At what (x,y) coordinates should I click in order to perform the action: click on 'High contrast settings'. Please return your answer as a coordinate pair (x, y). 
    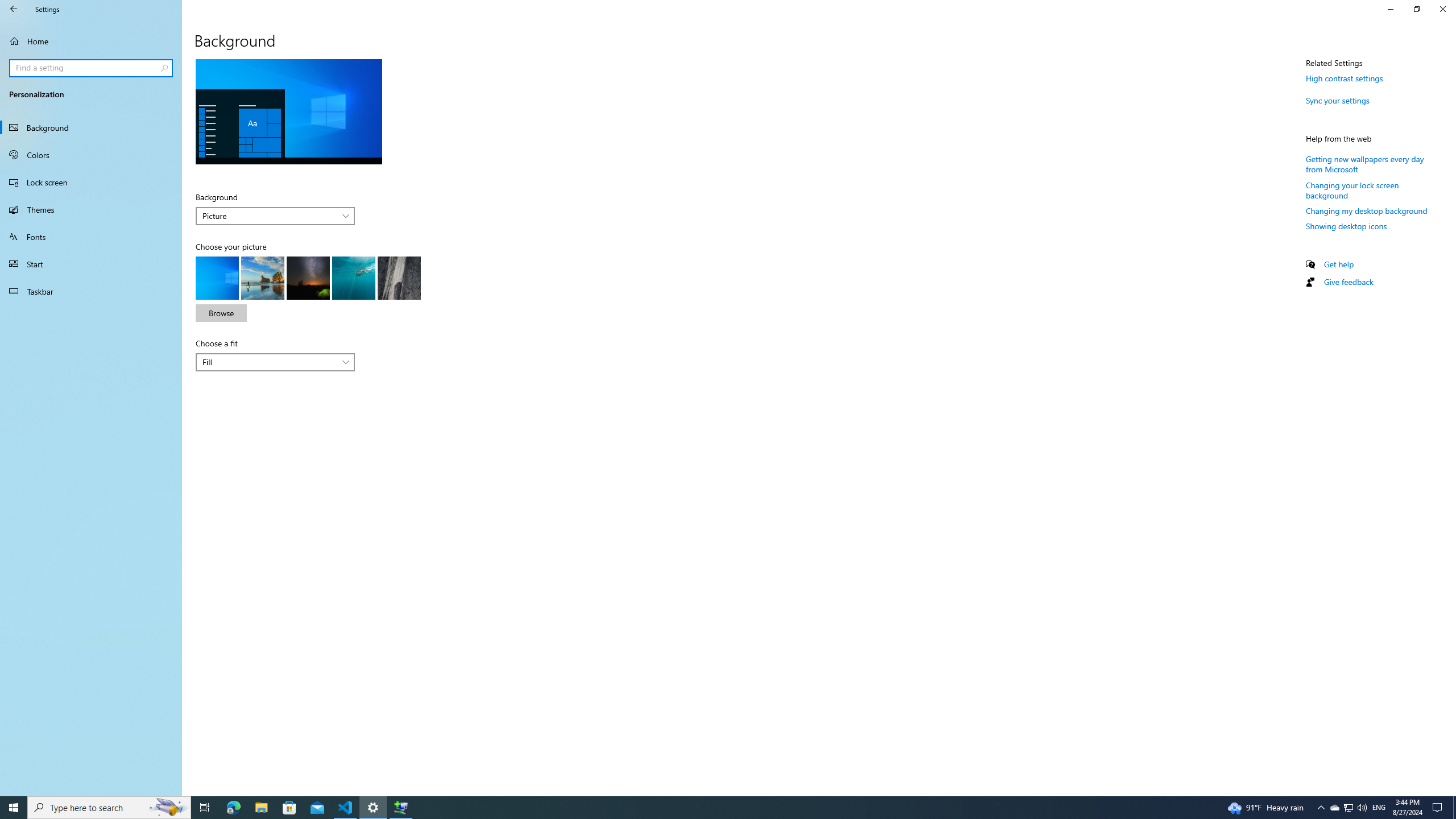
    Looking at the image, I should click on (1345, 78).